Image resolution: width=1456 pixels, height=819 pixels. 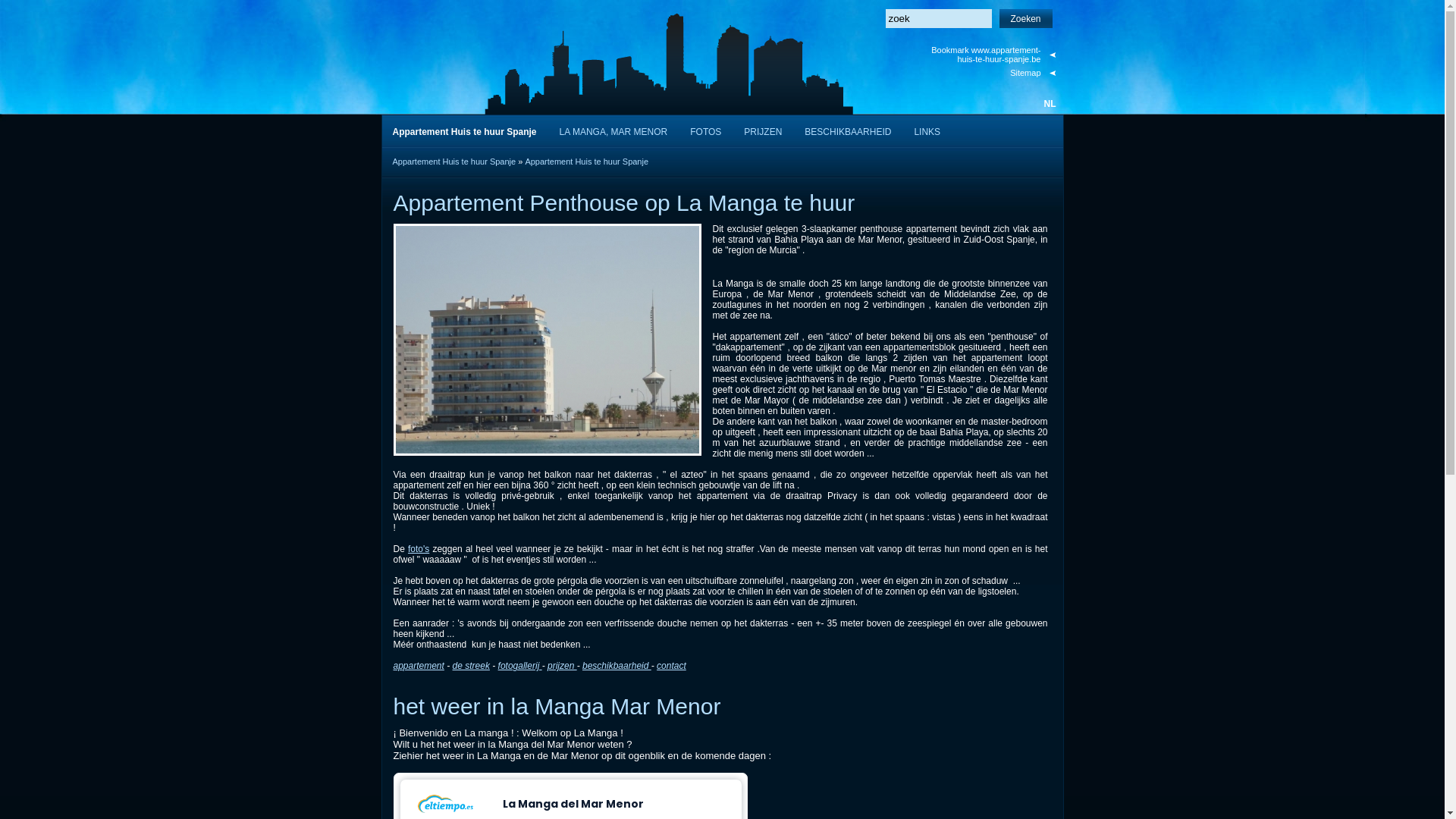 I want to click on 'fotogallerij ', so click(x=520, y=665).